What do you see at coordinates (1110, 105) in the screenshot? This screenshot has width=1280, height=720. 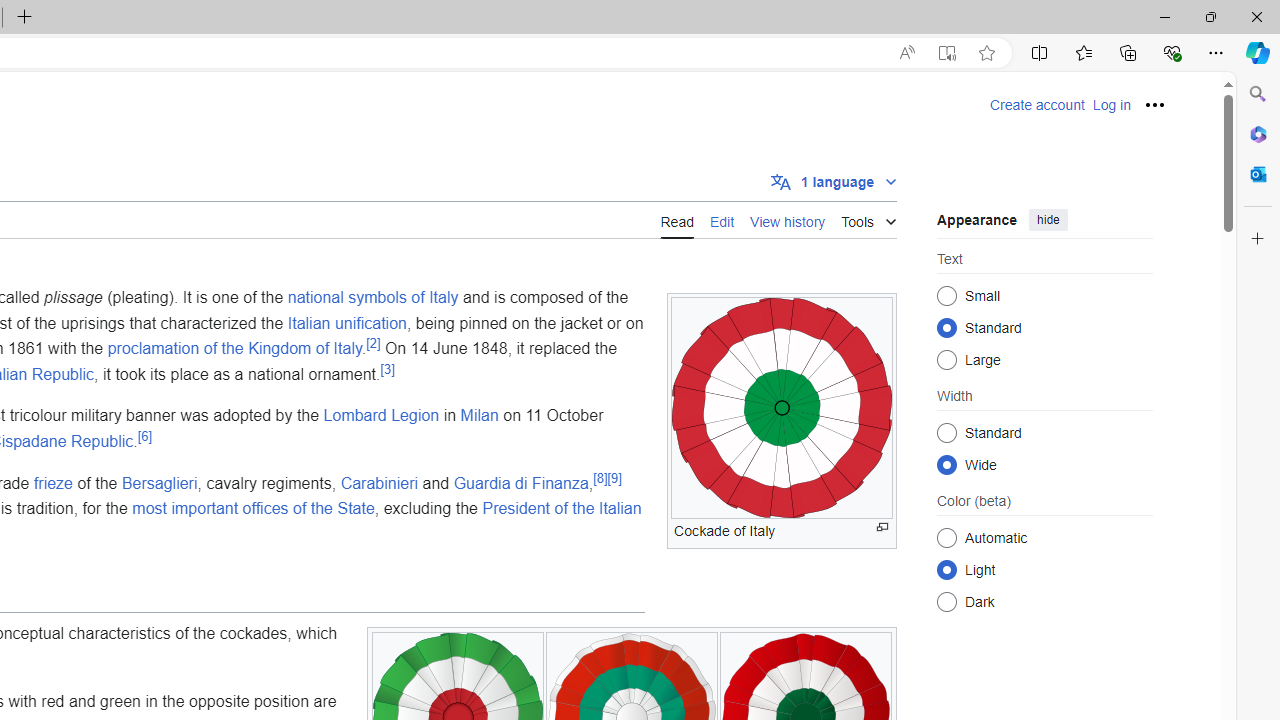 I see `'Log in'` at bounding box center [1110, 105].